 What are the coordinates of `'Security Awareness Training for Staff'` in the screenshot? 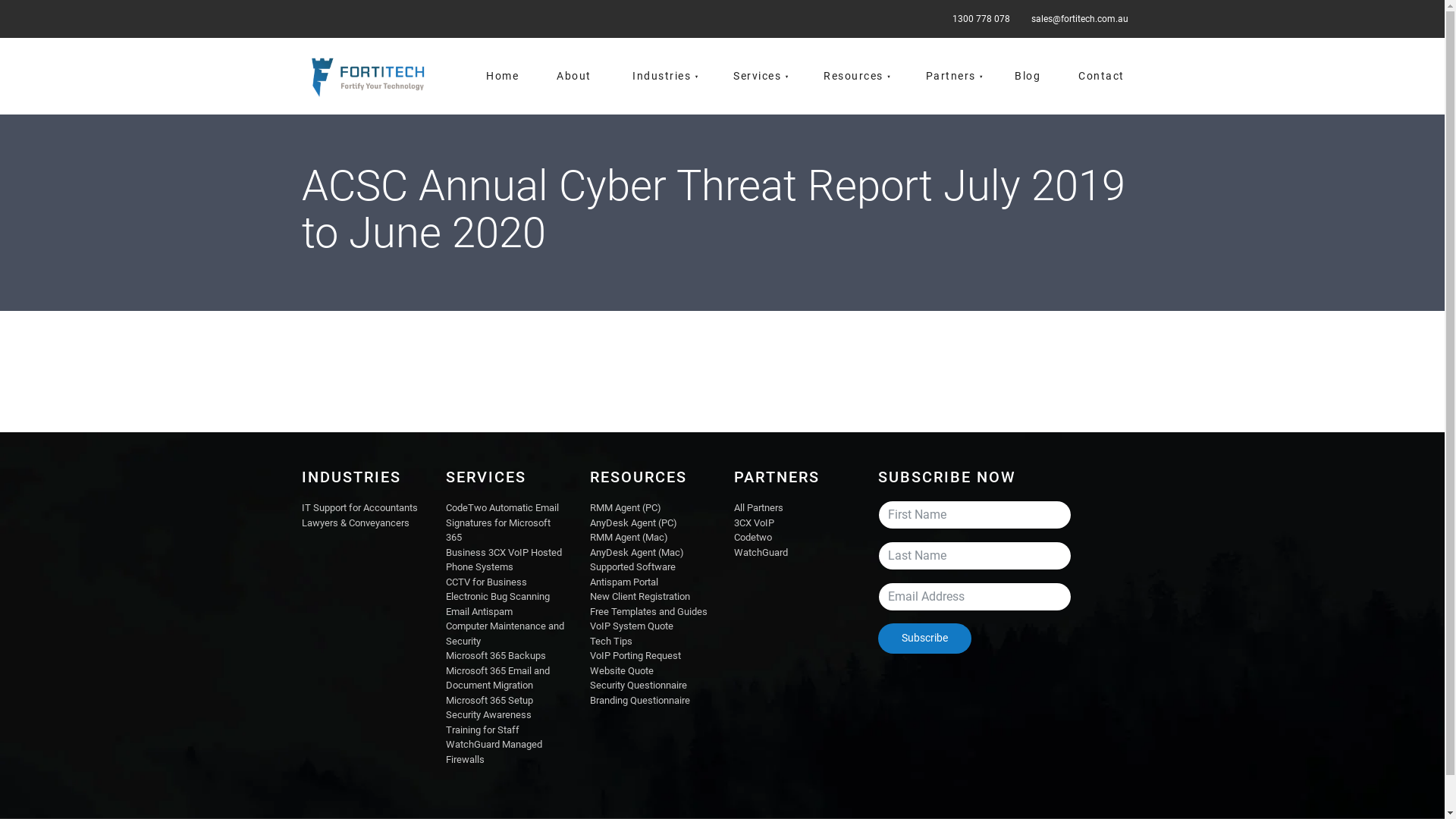 It's located at (488, 721).